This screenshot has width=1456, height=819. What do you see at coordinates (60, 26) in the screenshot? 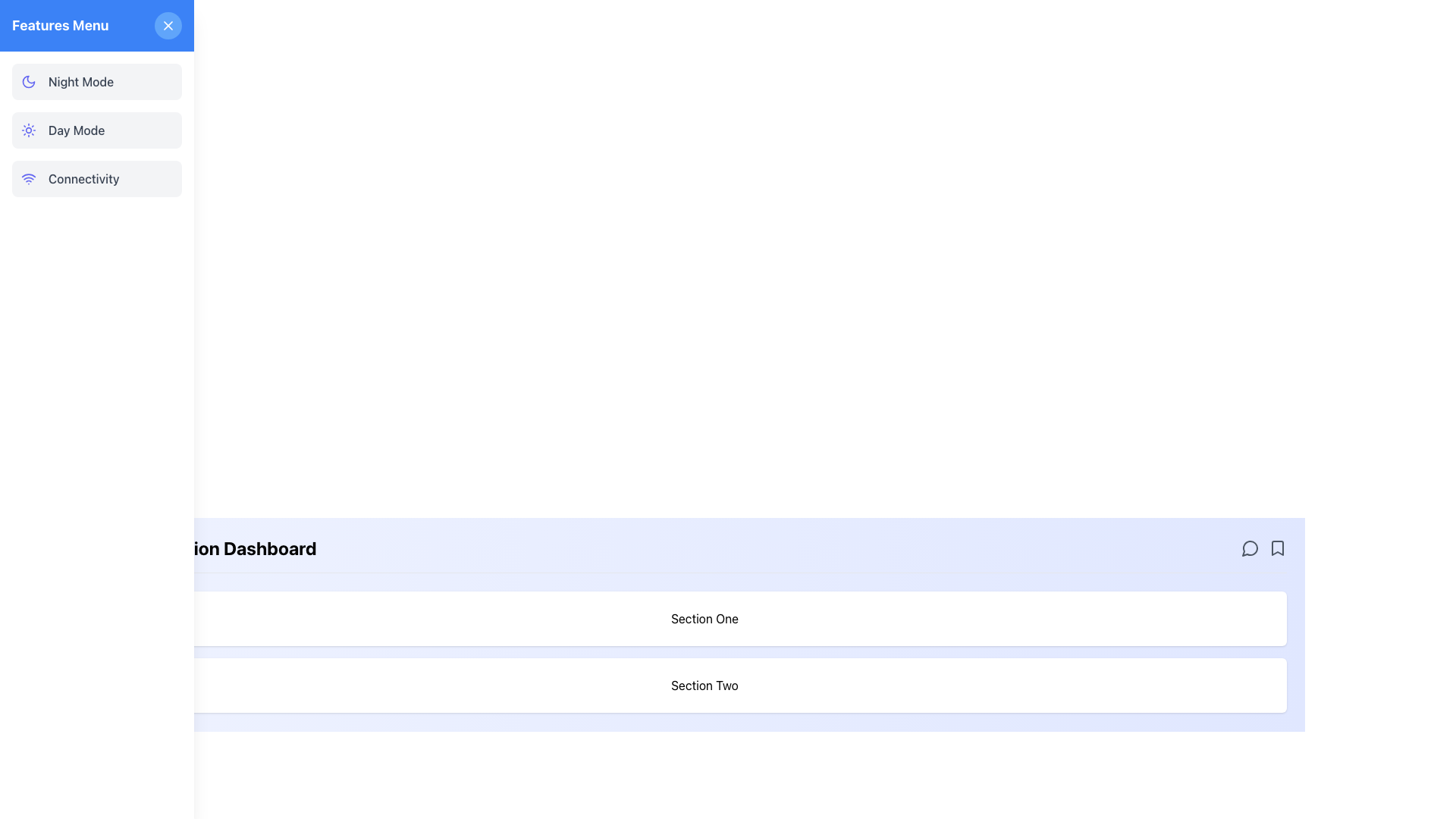
I see `the 'Features Menu' text label, which is styled in bold white text on a blue background, located in the top-left corner of the interface` at bounding box center [60, 26].